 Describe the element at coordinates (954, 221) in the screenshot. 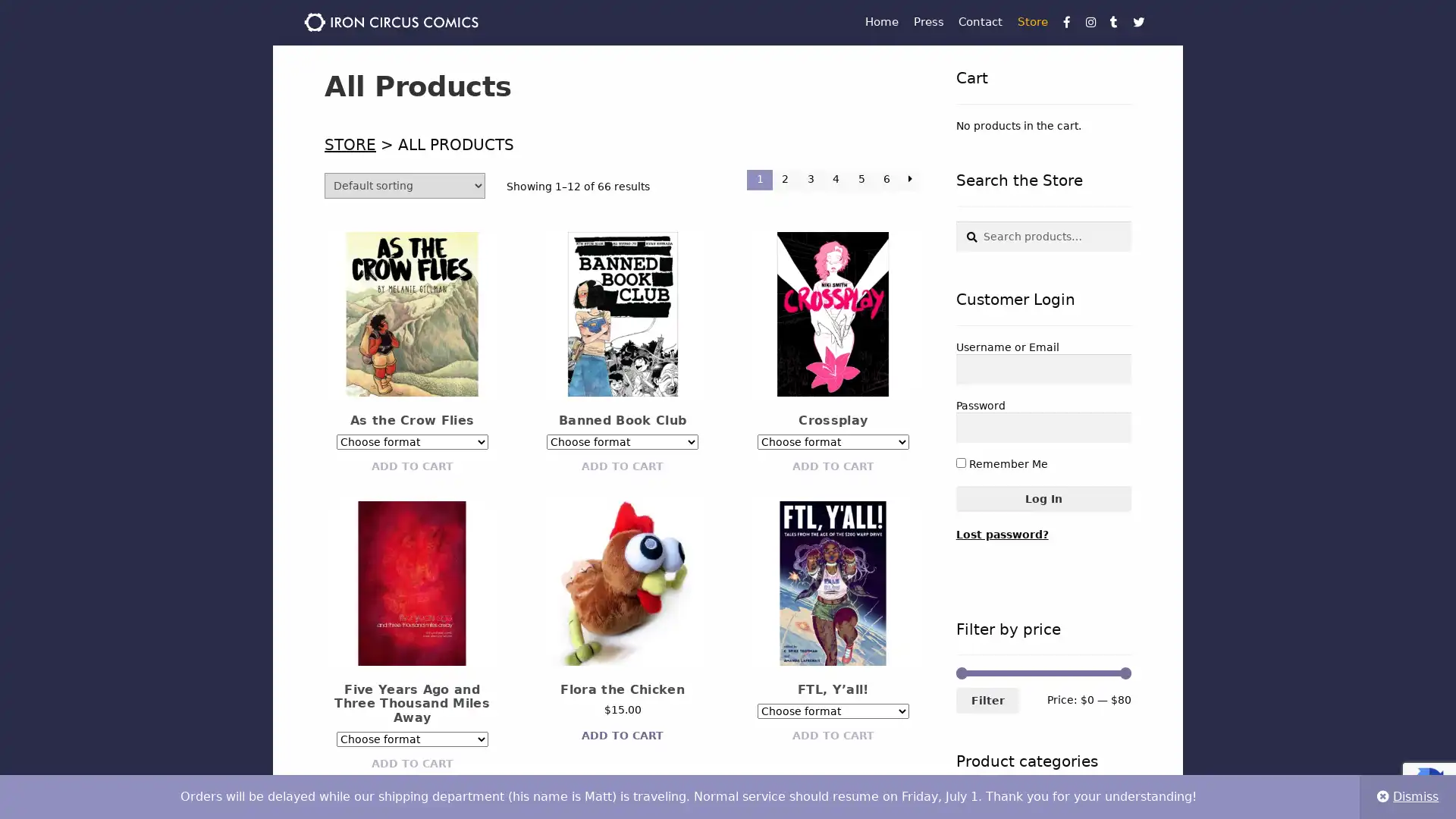

I see `Search` at that location.